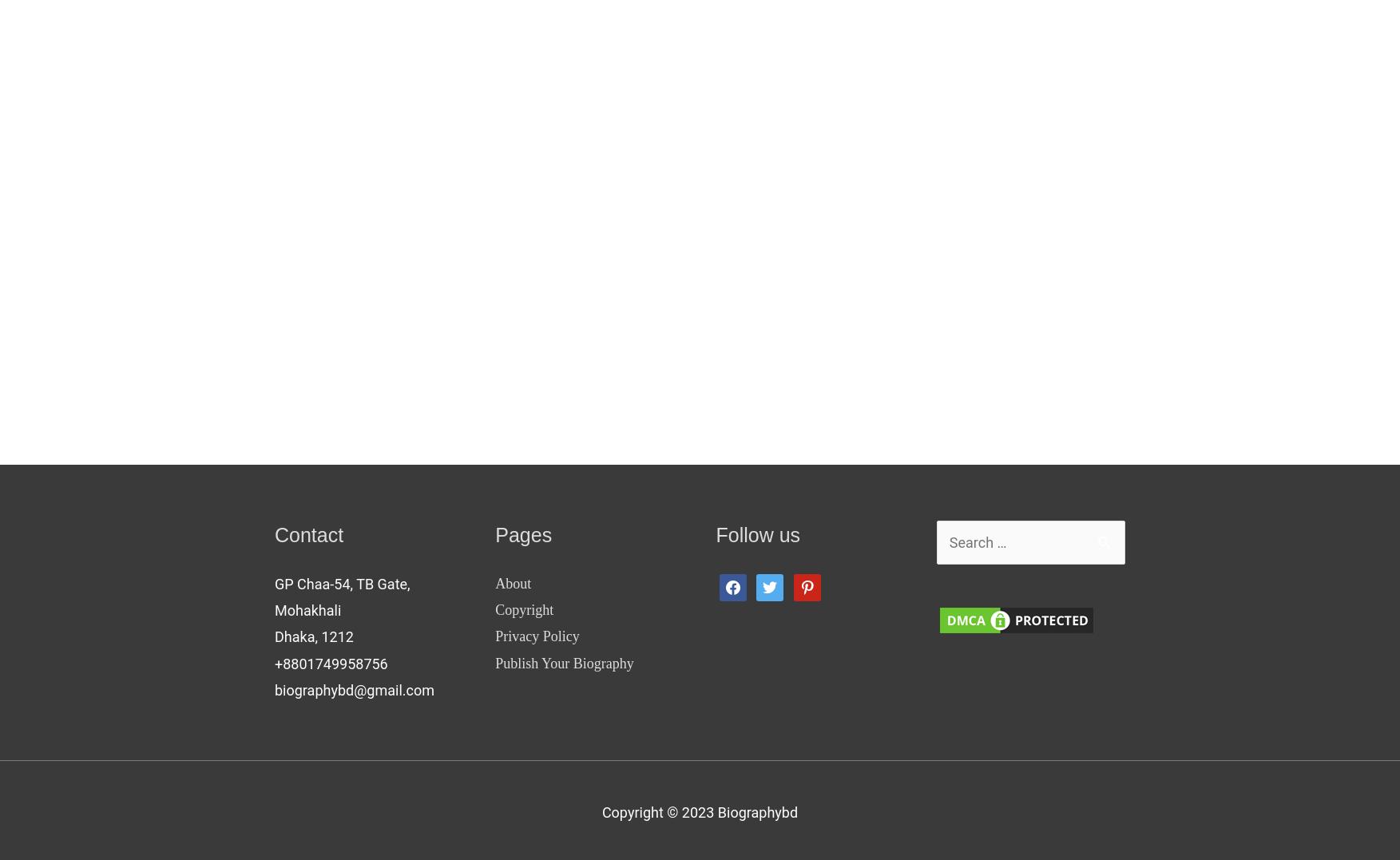 This screenshot has width=1400, height=860. I want to click on 'Copyright © 2023', so click(659, 810).